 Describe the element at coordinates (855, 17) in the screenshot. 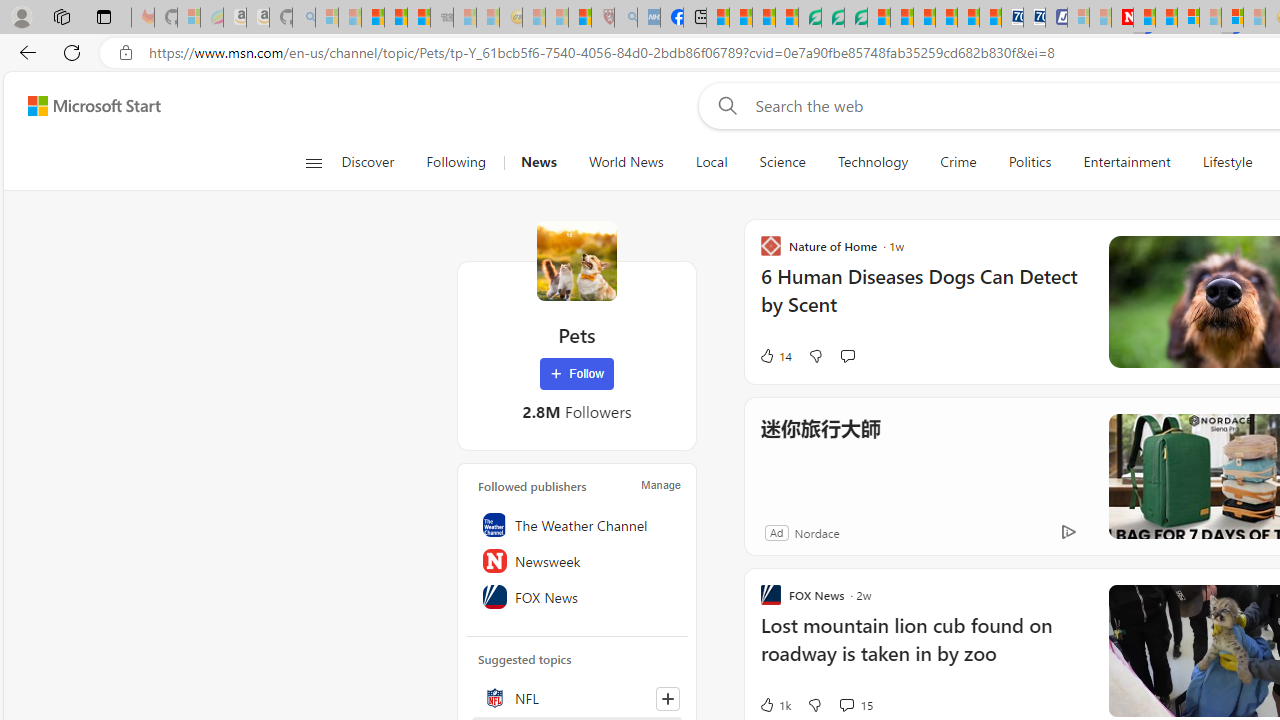

I see `'Microsoft Word - consumer-privacy address update 2.2021'` at that location.